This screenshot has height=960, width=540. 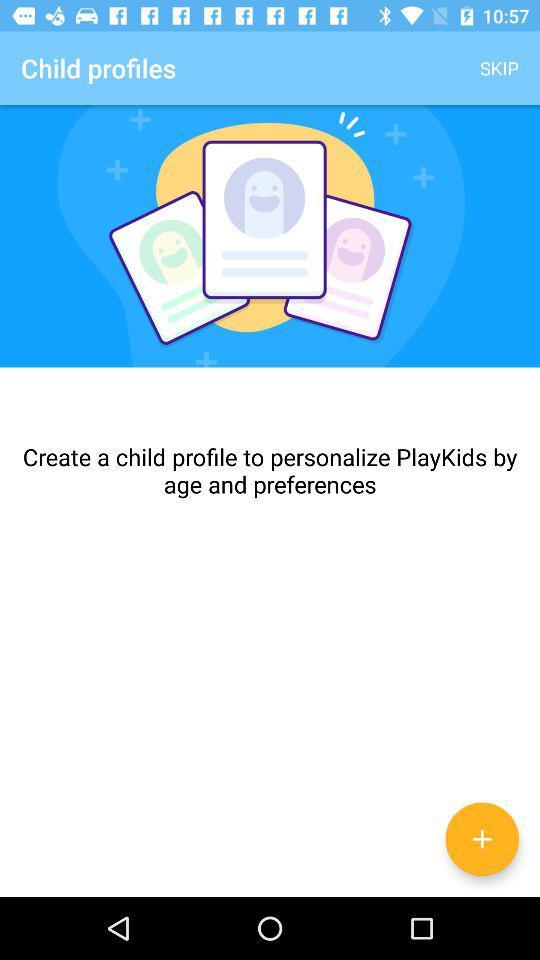 What do you see at coordinates (498, 68) in the screenshot?
I see `app to the right of child profiles app` at bounding box center [498, 68].